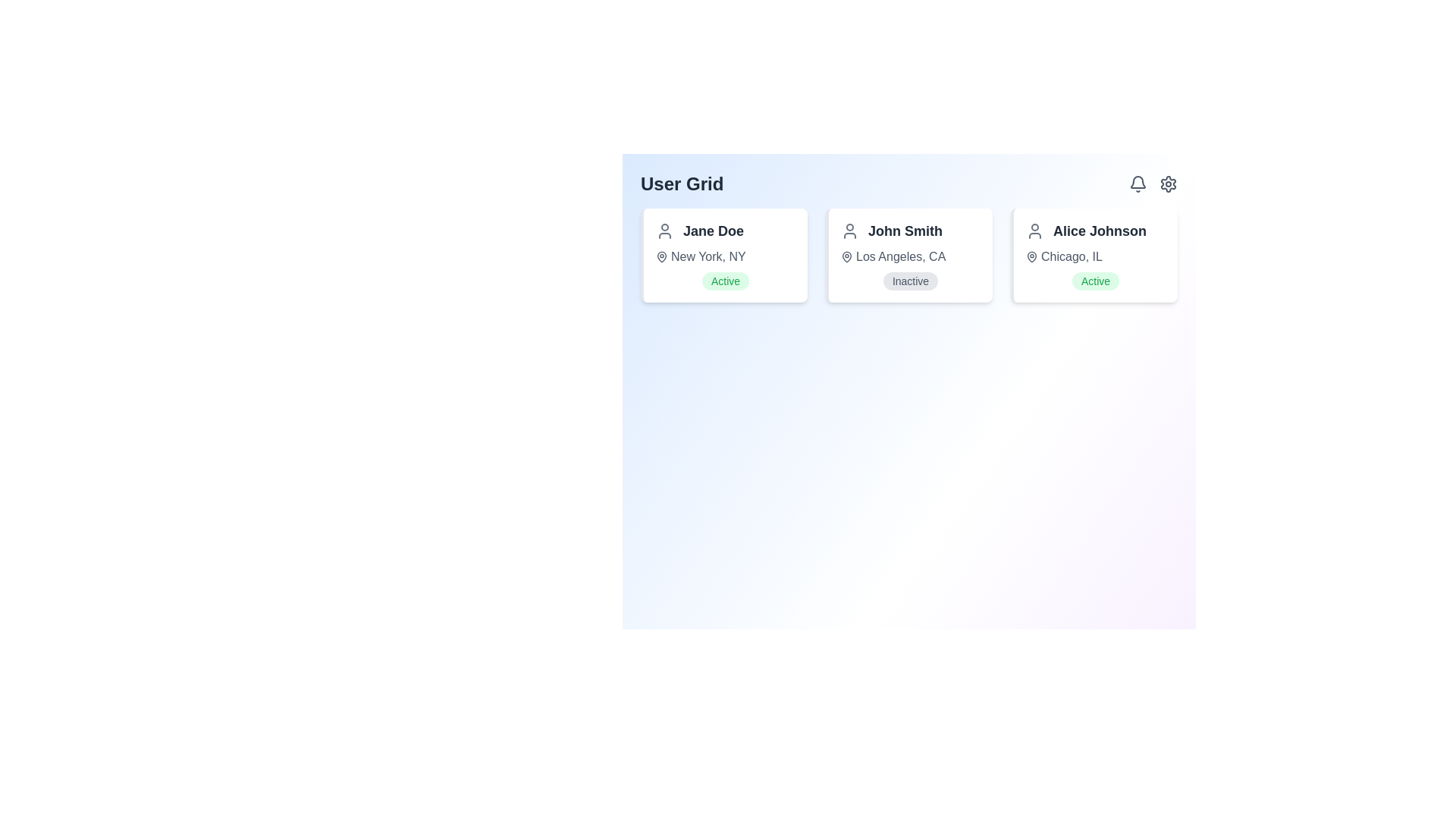 Image resolution: width=1456 pixels, height=819 pixels. I want to click on Text label displaying the user's name, located in the top-left card of the 'User Grid', adjacent to the user profile icon, above the location 'New York, NY' and the status 'Active', so click(724, 231).